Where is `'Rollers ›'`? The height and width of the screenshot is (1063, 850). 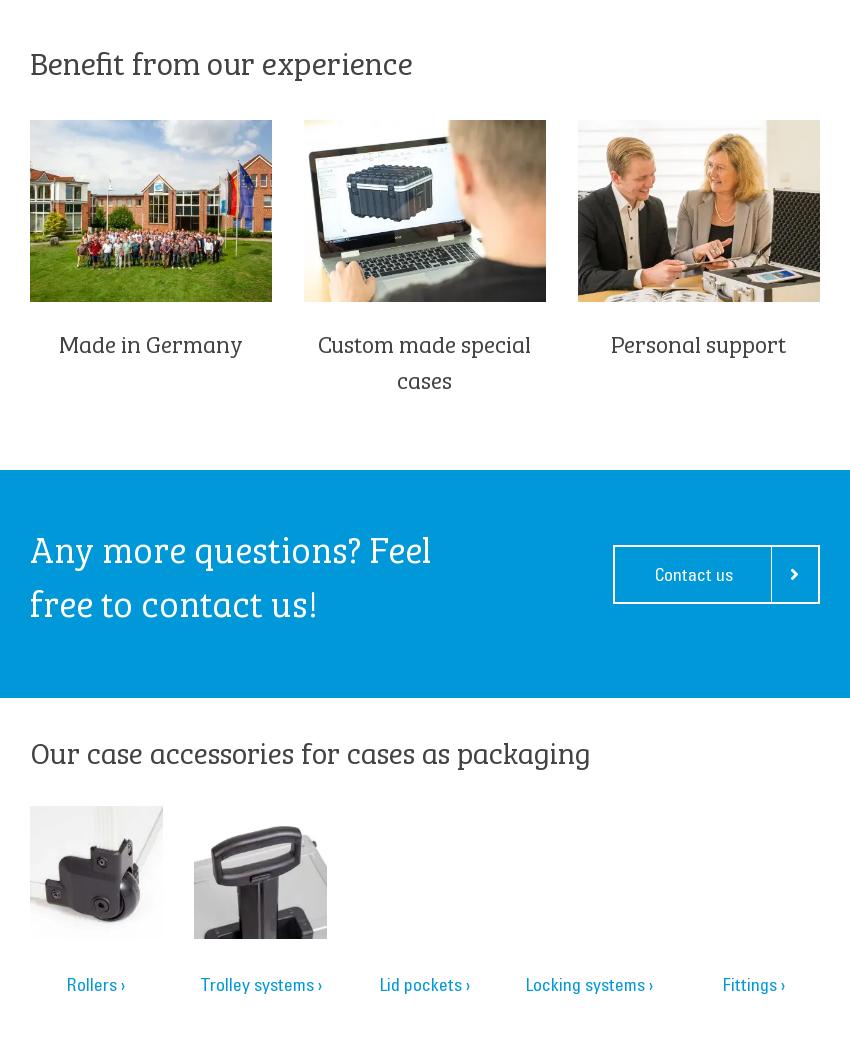
'Rollers ›' is located at coordinates (94, 983).